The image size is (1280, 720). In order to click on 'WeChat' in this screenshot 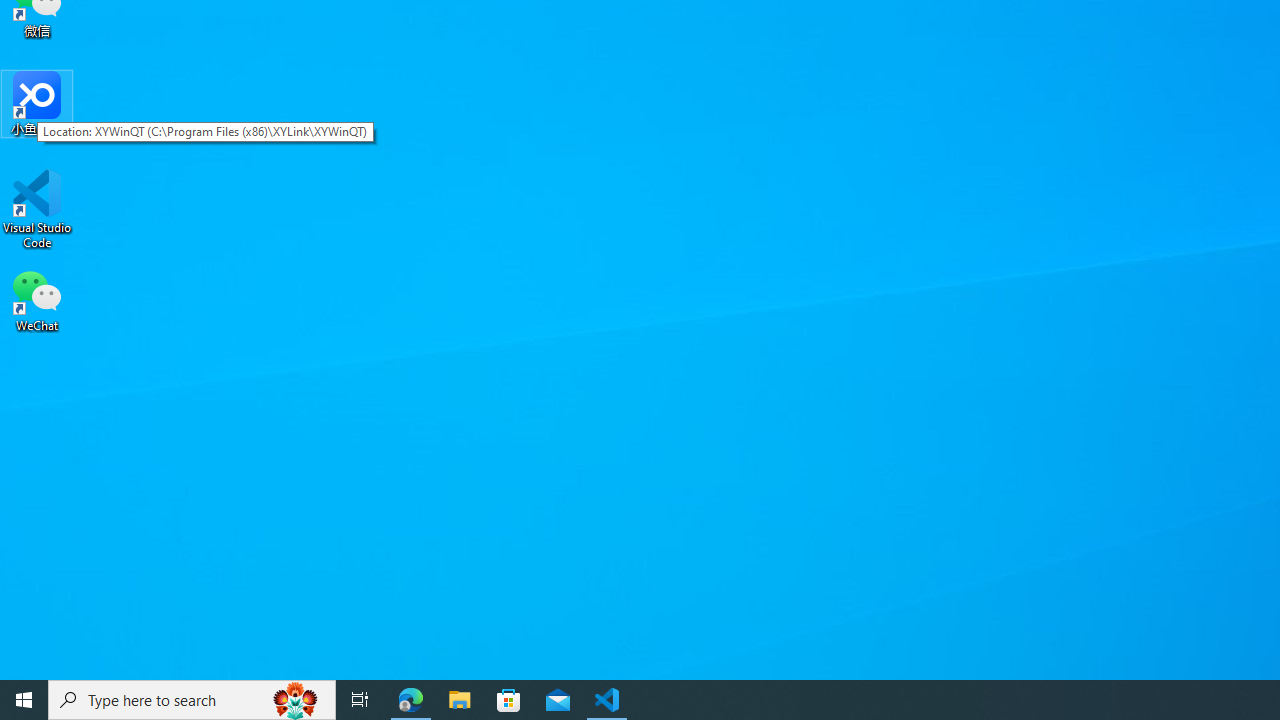, I will do `click(37, 299)`.